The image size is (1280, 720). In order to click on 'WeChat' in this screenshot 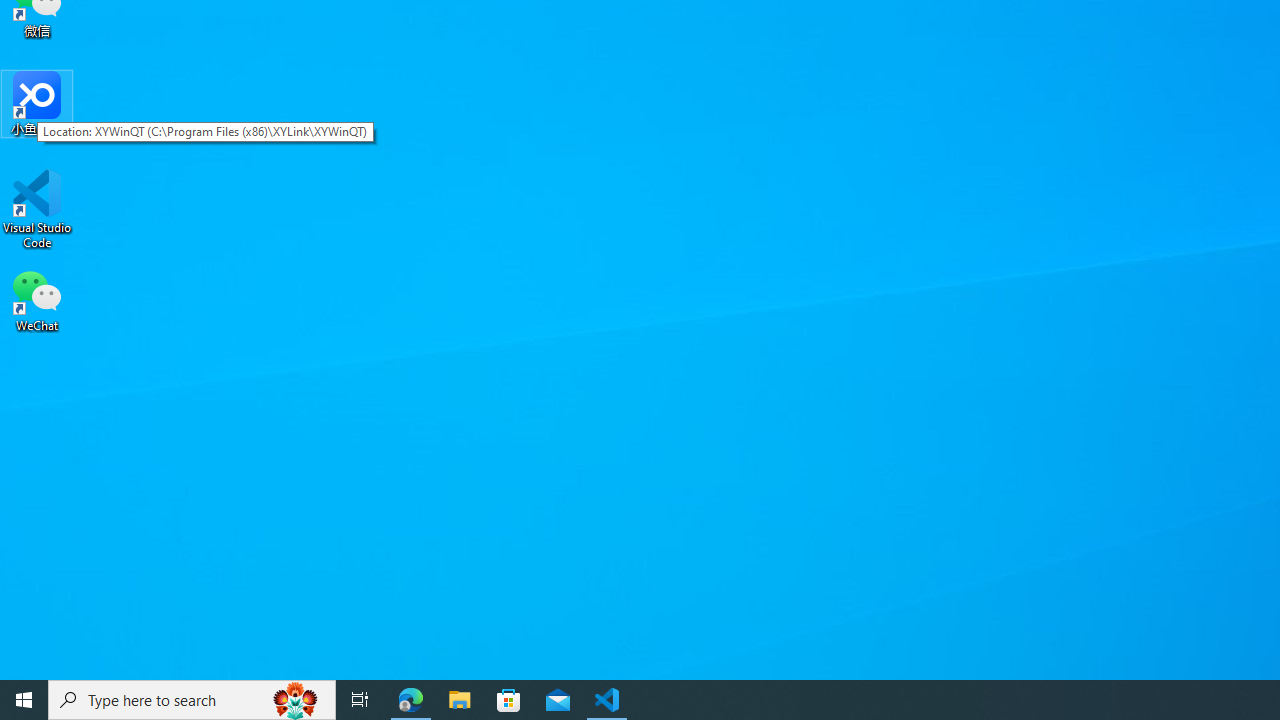, I will do `click(37, 299)`.